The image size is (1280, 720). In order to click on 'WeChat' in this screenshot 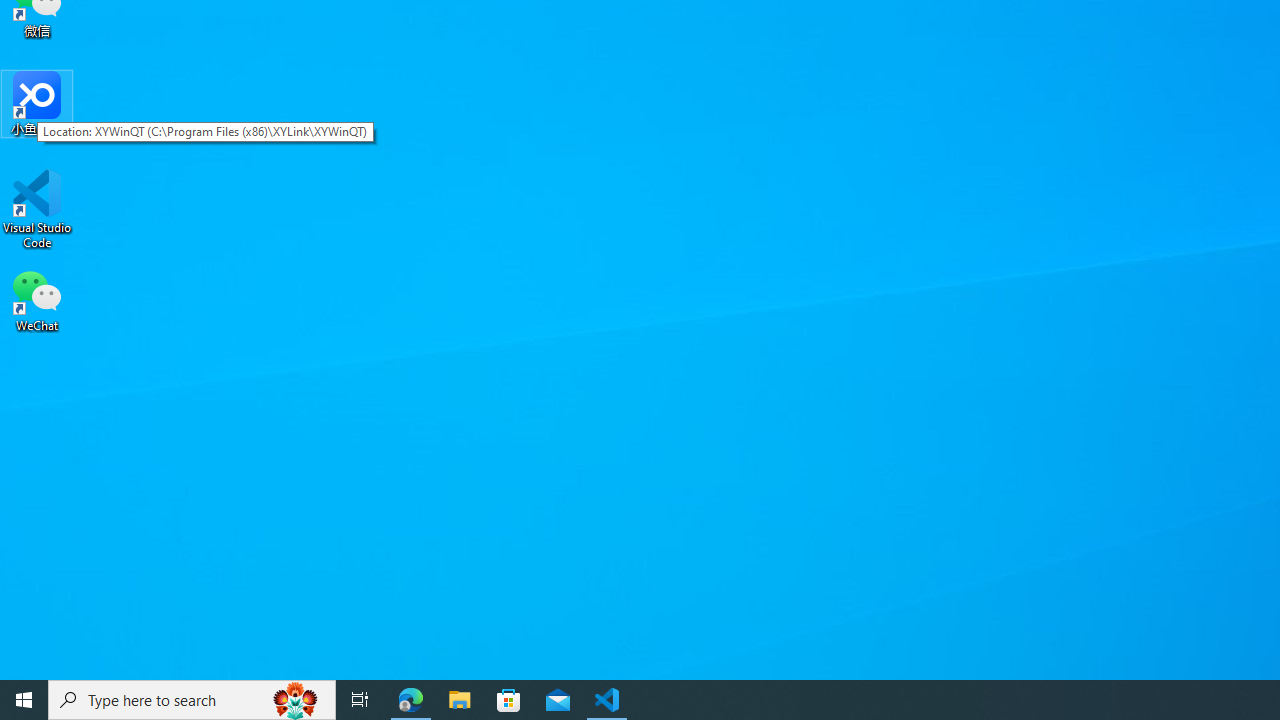, I will do `click(37, 299)`.